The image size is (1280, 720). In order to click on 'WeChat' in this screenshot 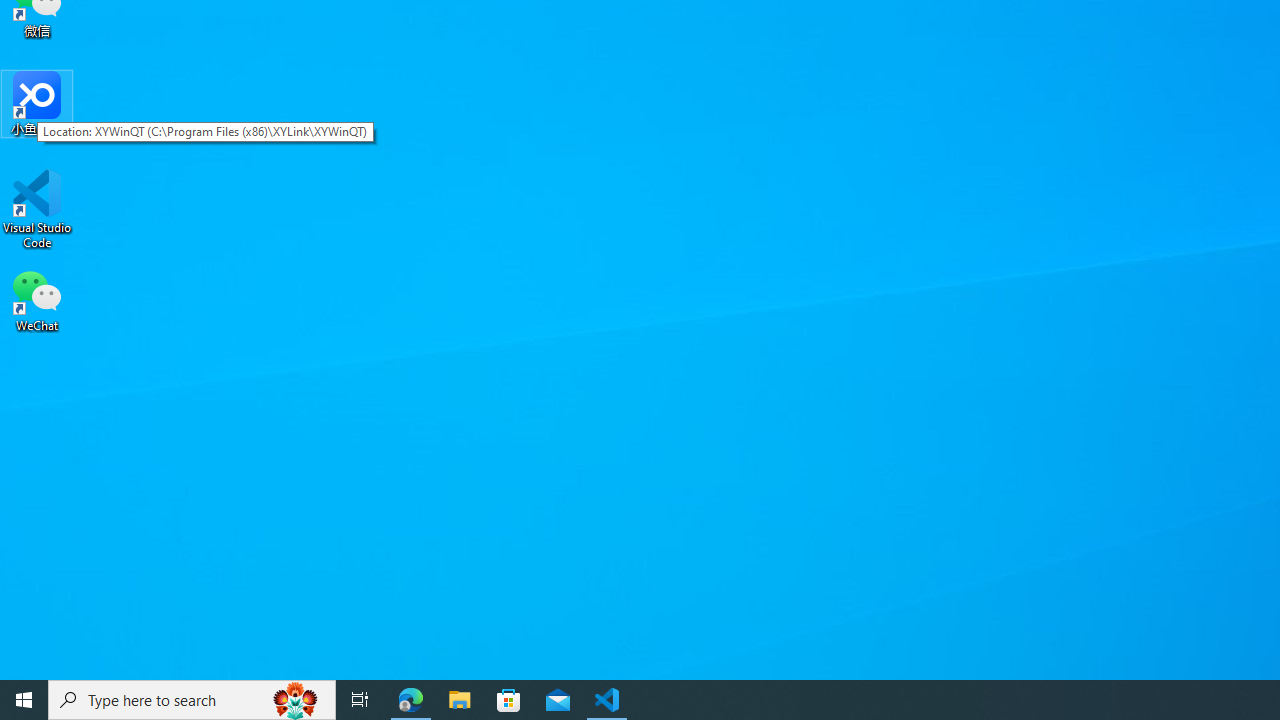, I will do `click(37, 299)`.